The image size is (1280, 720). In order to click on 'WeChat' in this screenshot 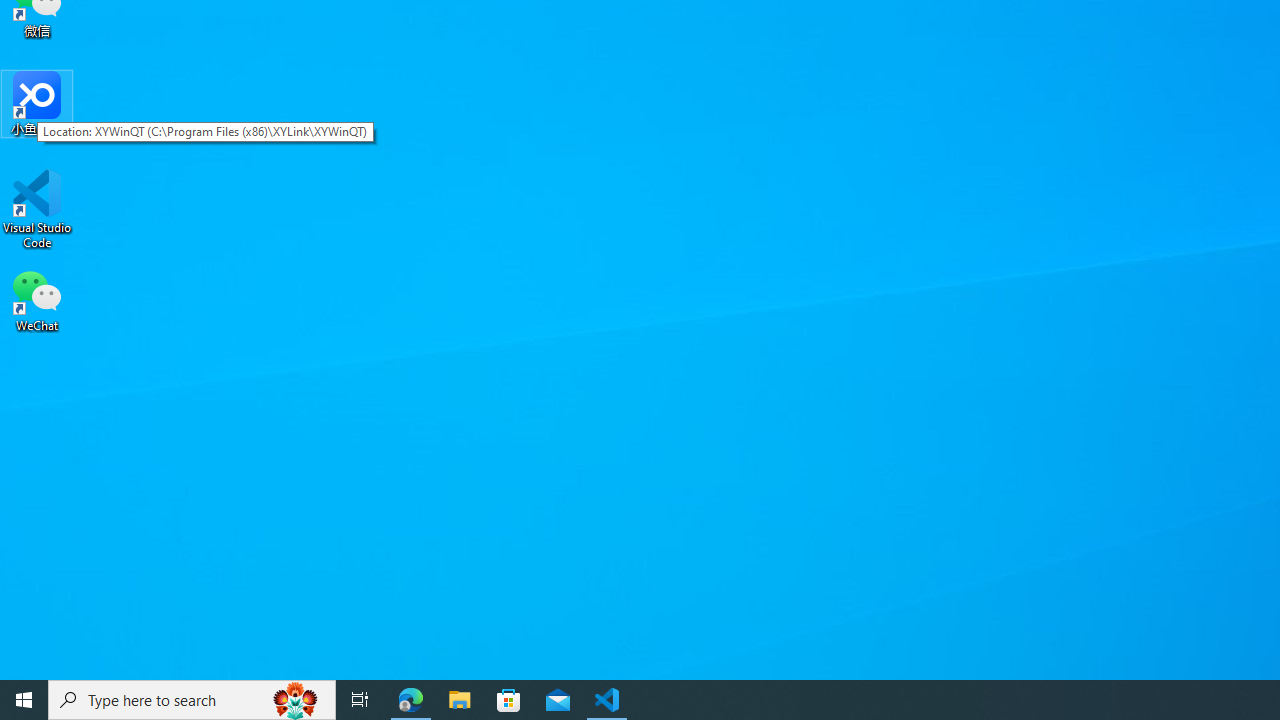, I will do `click(37, 299)`.